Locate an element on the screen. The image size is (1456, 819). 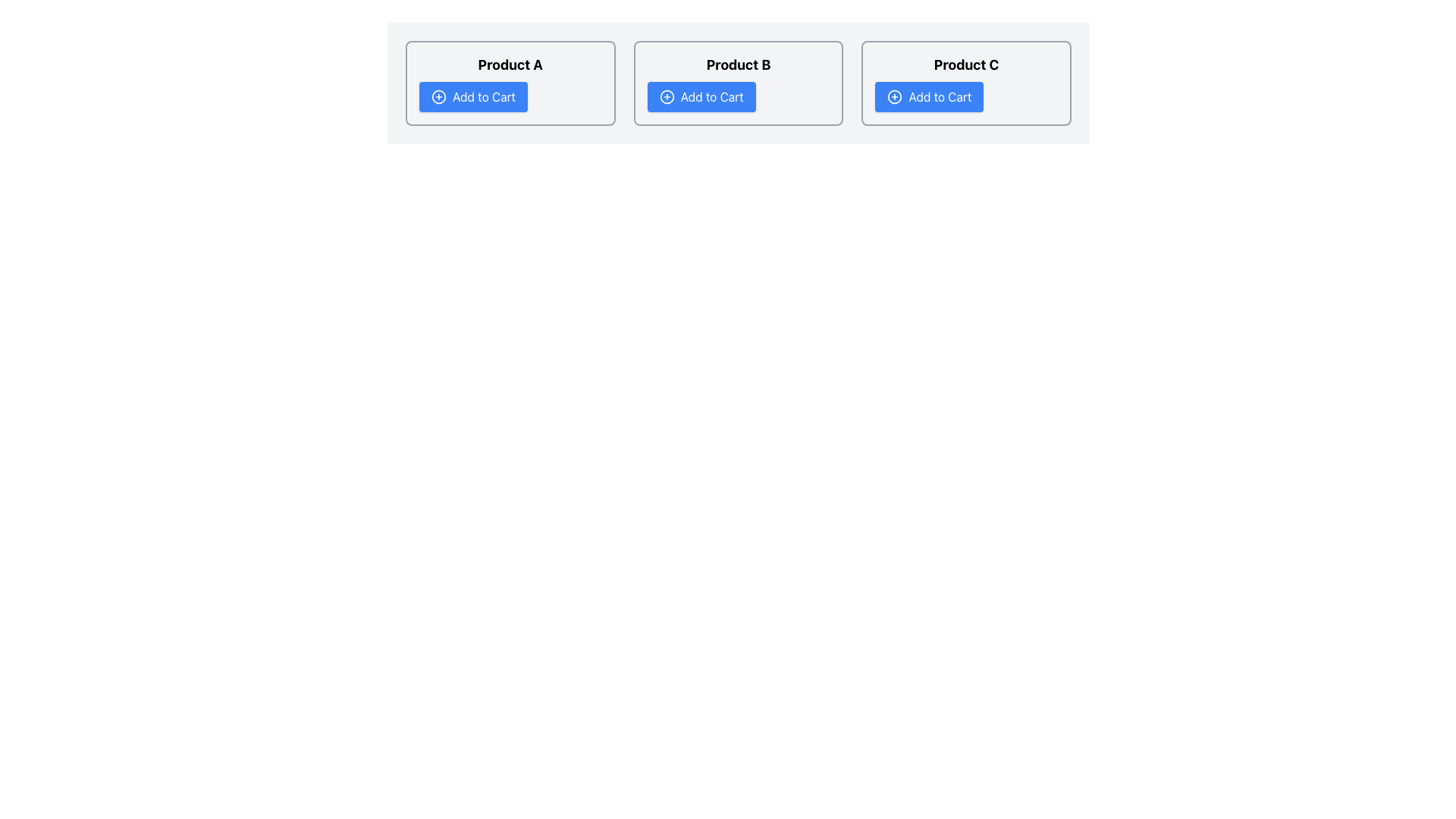
the 'Add to Cart' button located within the card labeled 'Product C', which is the third card in a horizontal grid layout is located at coordinates (965, 83).